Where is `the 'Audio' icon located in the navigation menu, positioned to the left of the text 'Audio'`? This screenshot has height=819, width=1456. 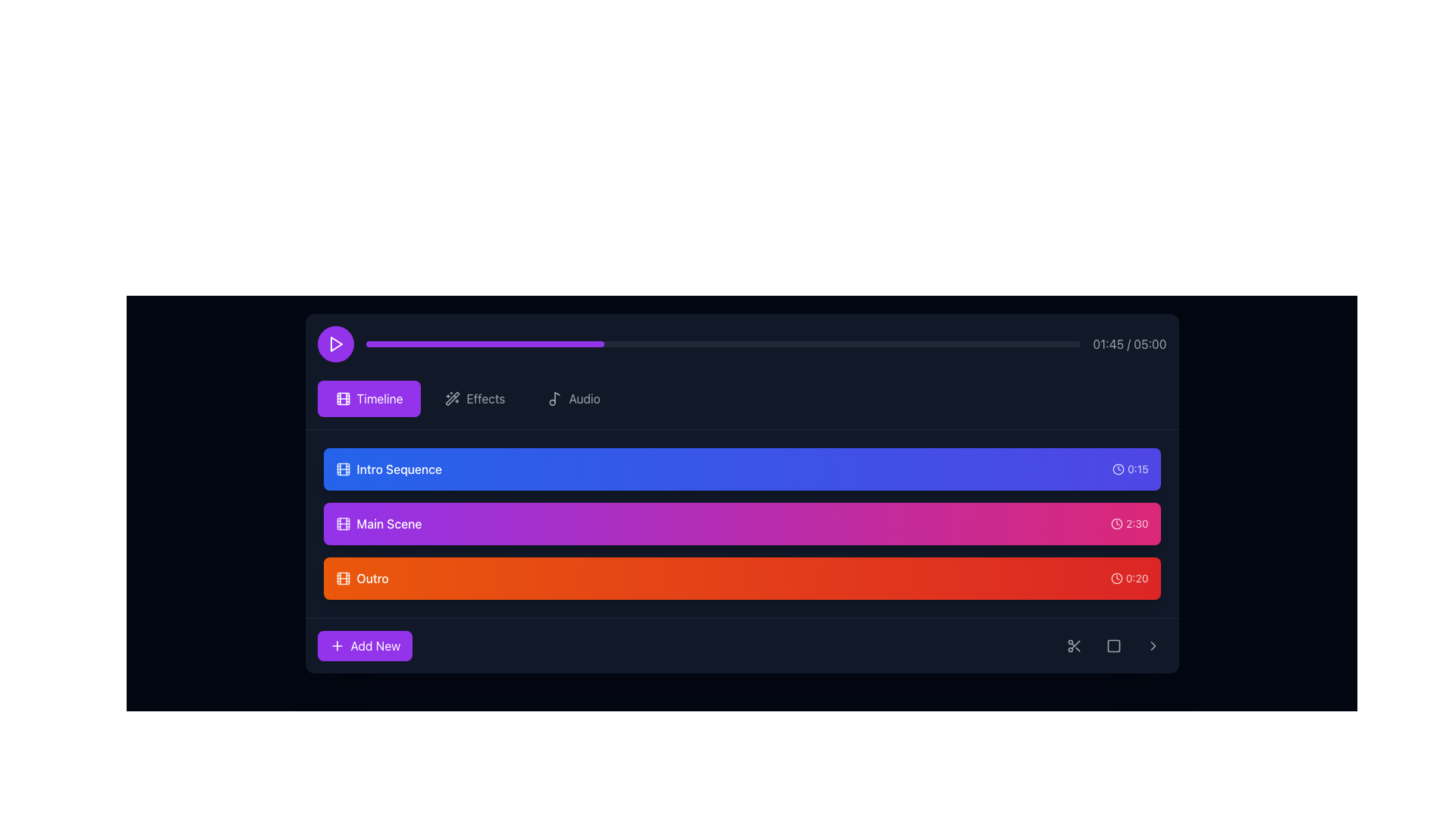 the 'Audio' icon located in the navigation menu, positioned to the left of the text 'Audio' is located at coordinates (554, 397).